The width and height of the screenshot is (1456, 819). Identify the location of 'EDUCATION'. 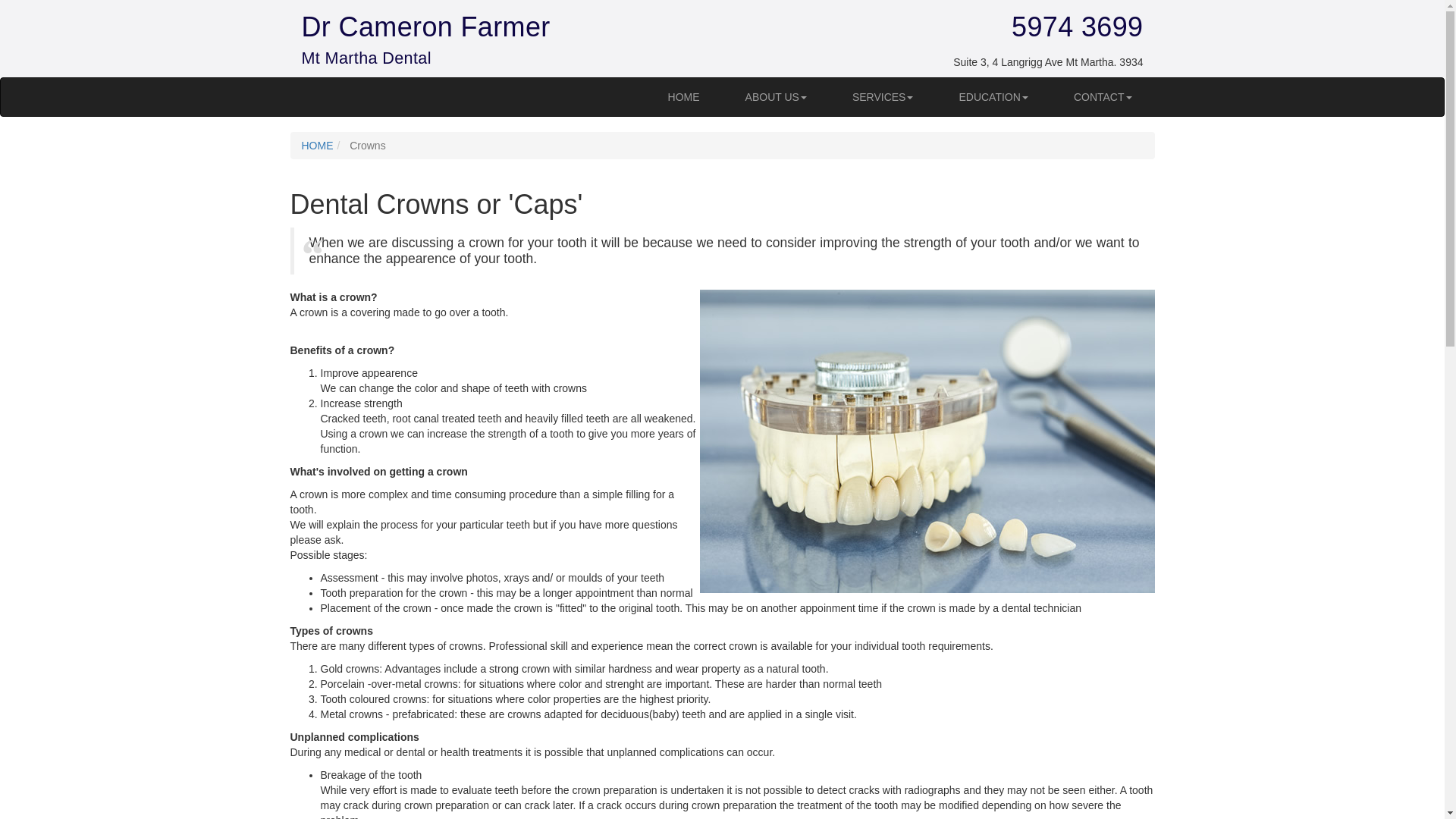
(993, 96).